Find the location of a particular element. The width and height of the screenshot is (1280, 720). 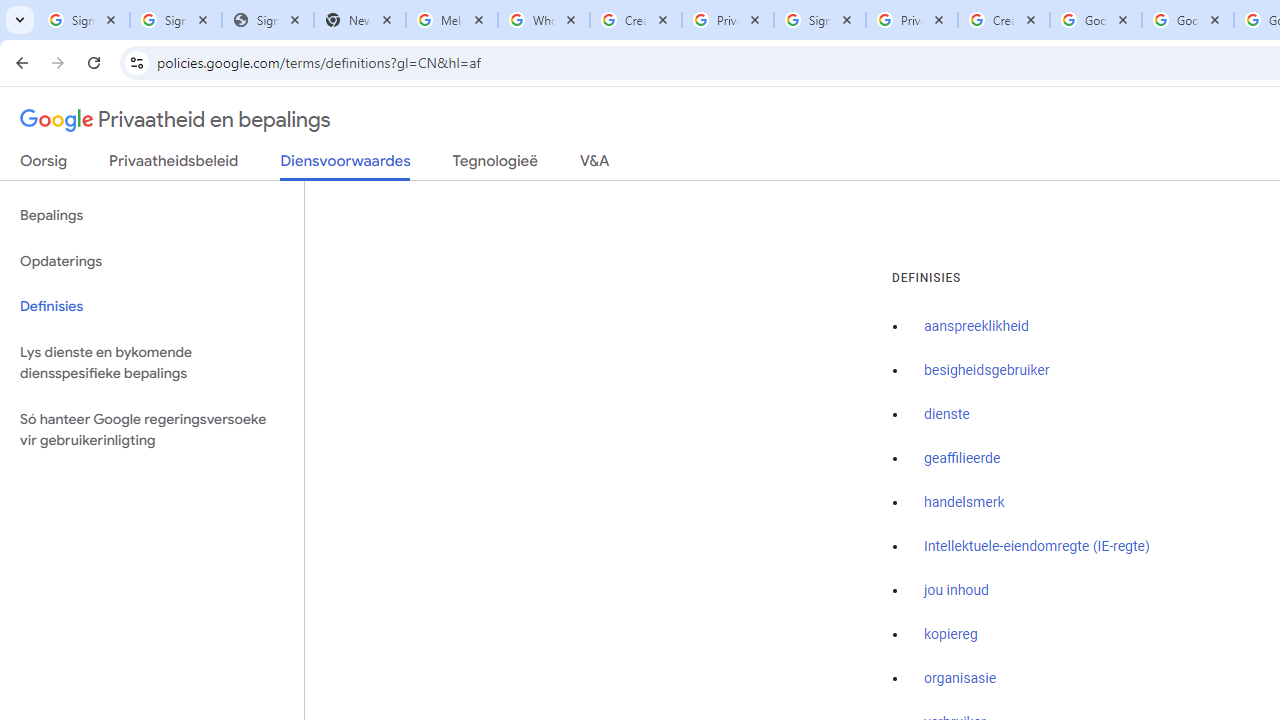

'Bepalings' is located at coordinates (151, 216).